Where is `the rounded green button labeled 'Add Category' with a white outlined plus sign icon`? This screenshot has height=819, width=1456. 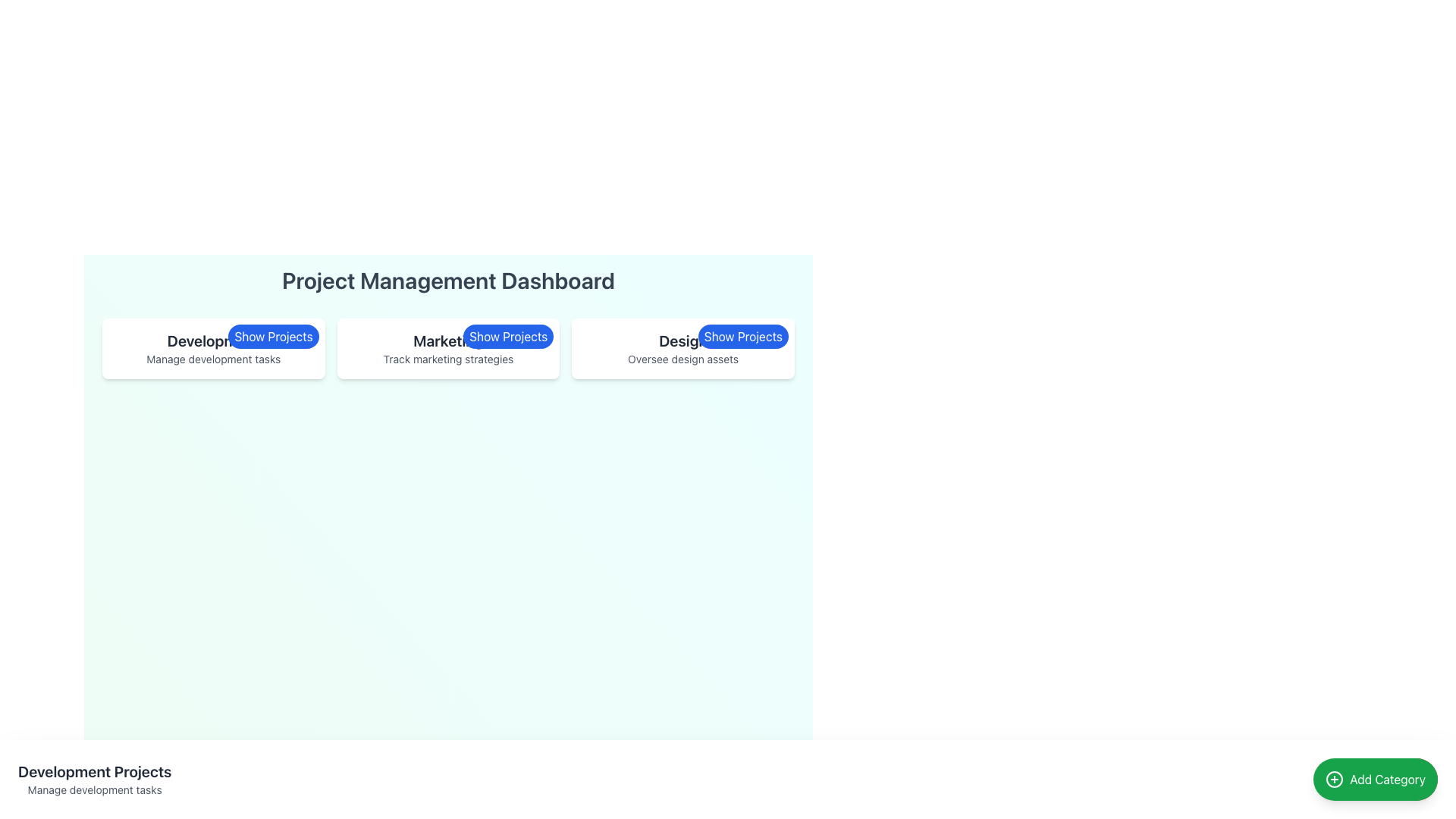 the rounded green button labeled 'Add Category' with a white outlined plus sign icon is located at coordinates (1376, 780).